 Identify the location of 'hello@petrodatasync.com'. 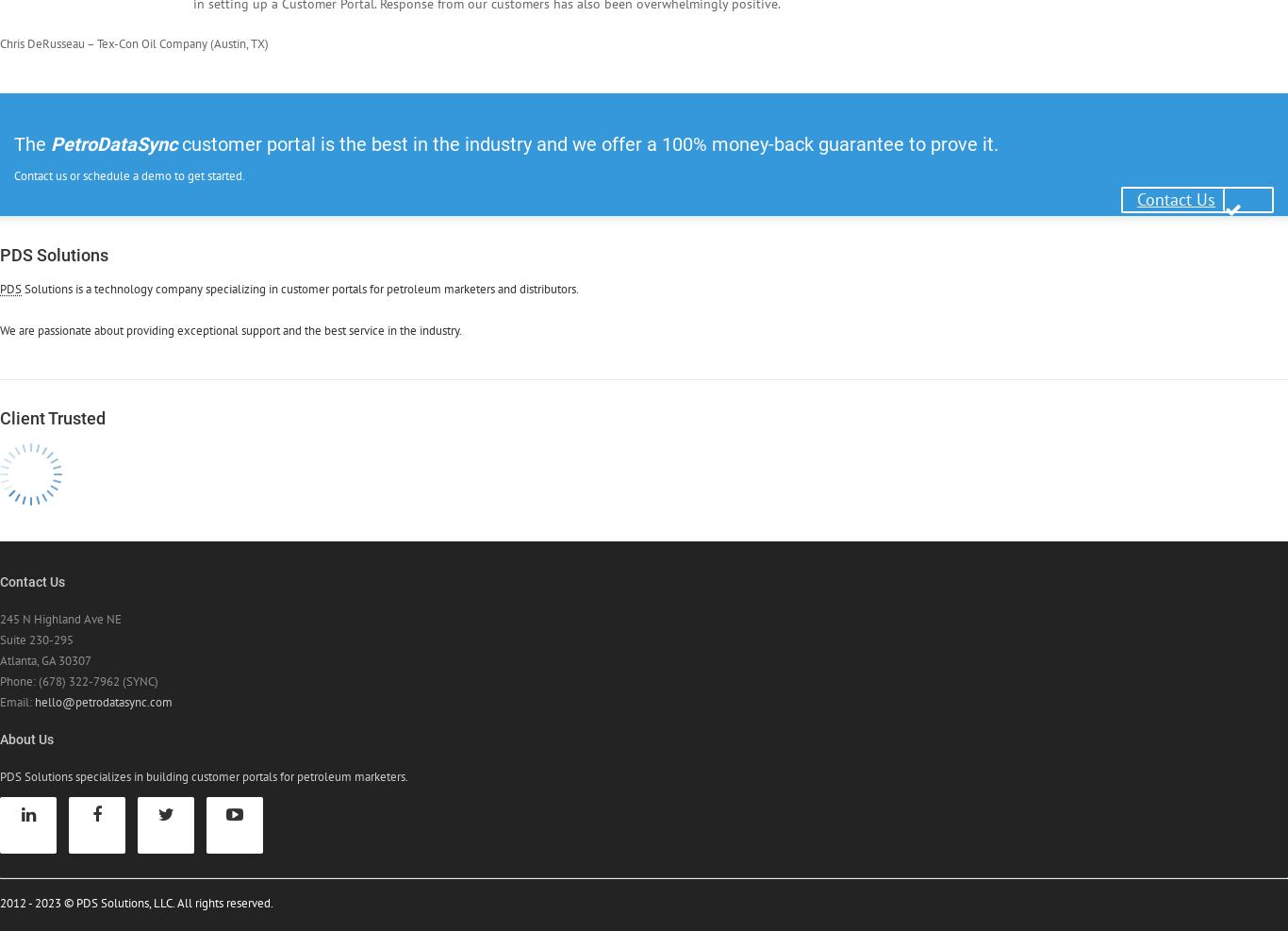
(103, 700).